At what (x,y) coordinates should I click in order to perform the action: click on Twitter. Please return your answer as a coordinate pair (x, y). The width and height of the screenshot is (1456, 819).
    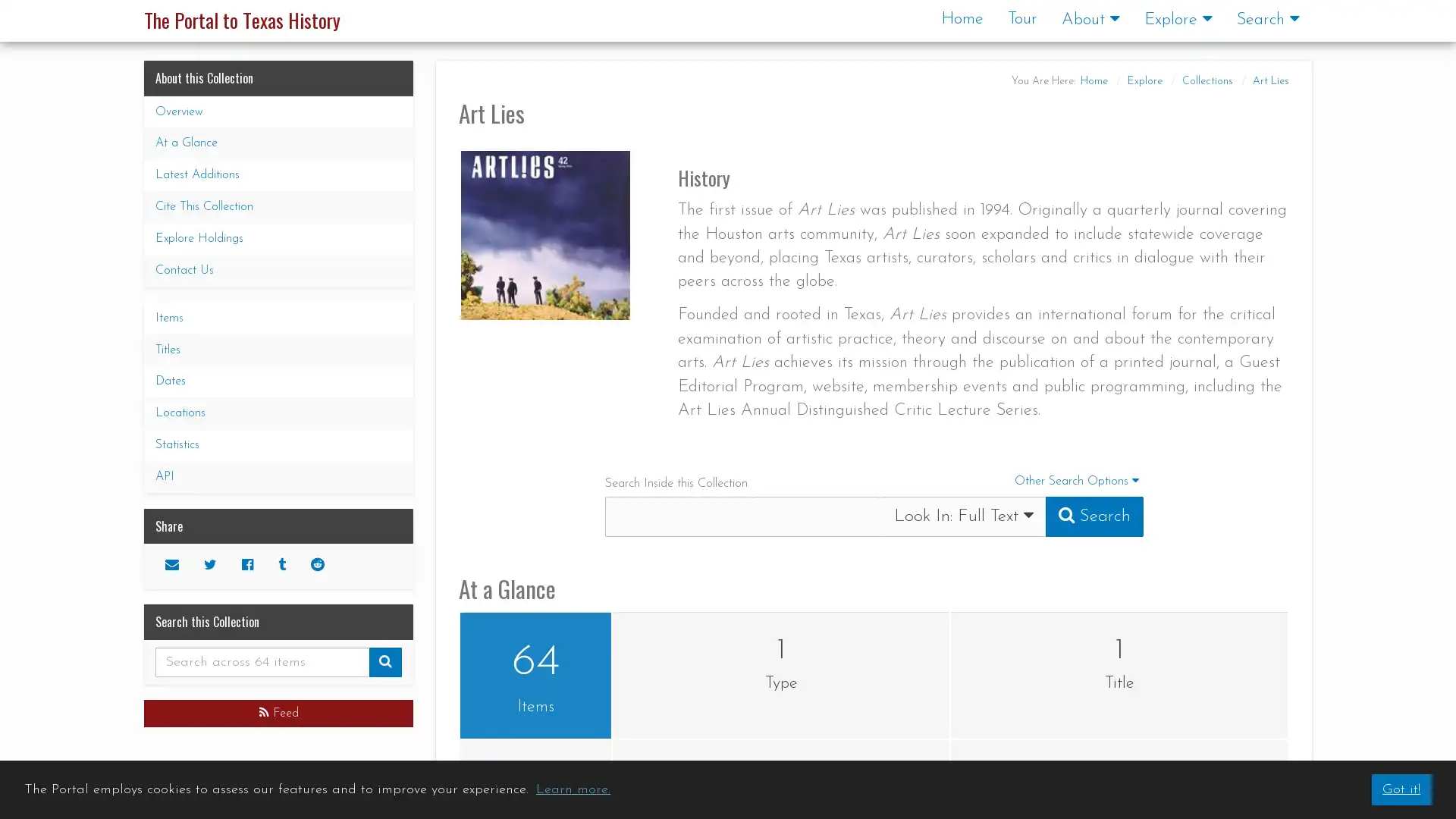
    Looking at the image, I should click on (209, 566).